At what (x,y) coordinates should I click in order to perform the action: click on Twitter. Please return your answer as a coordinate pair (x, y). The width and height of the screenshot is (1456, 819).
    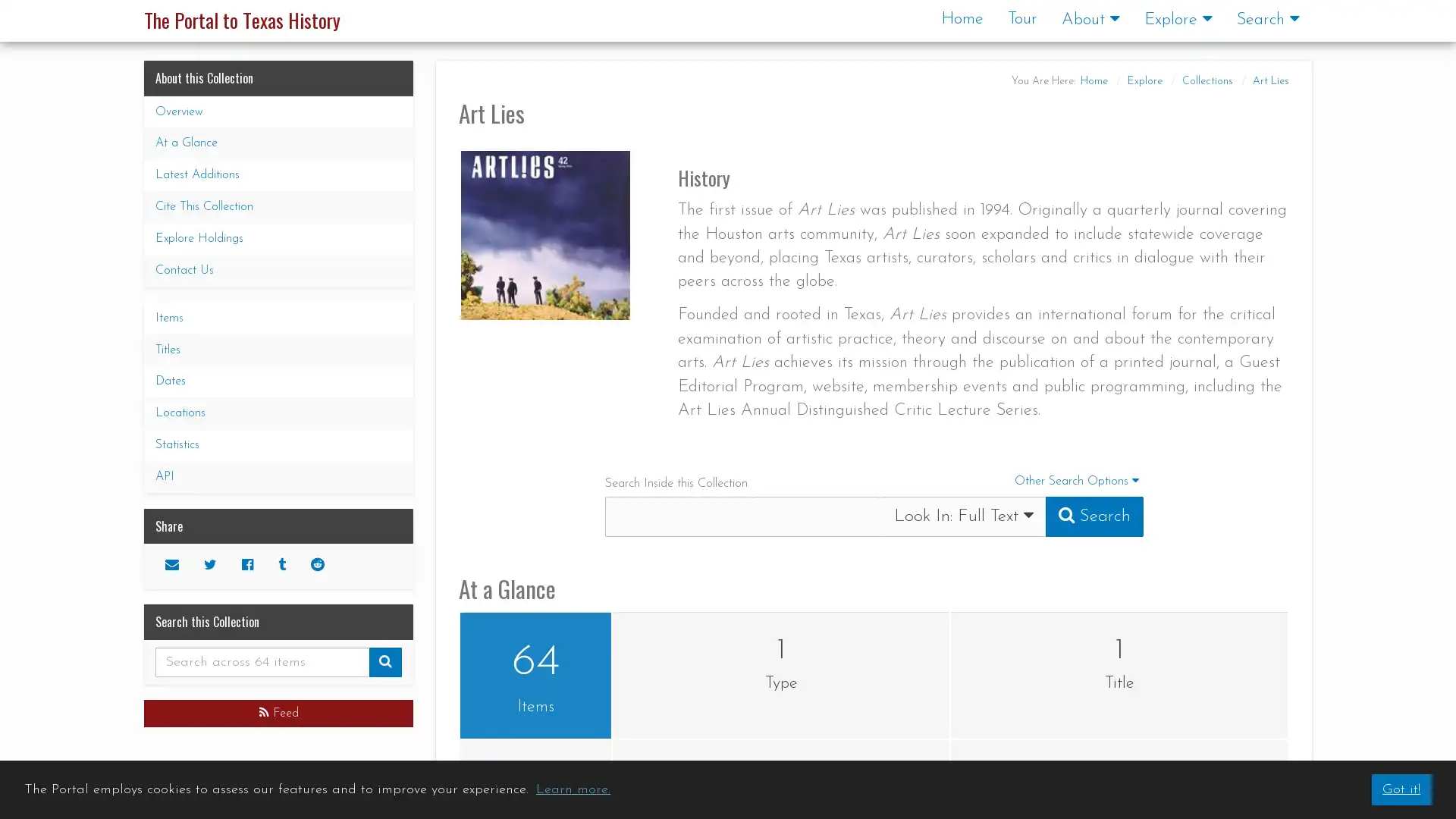
    Looking at the image, I should click on (209, 566).